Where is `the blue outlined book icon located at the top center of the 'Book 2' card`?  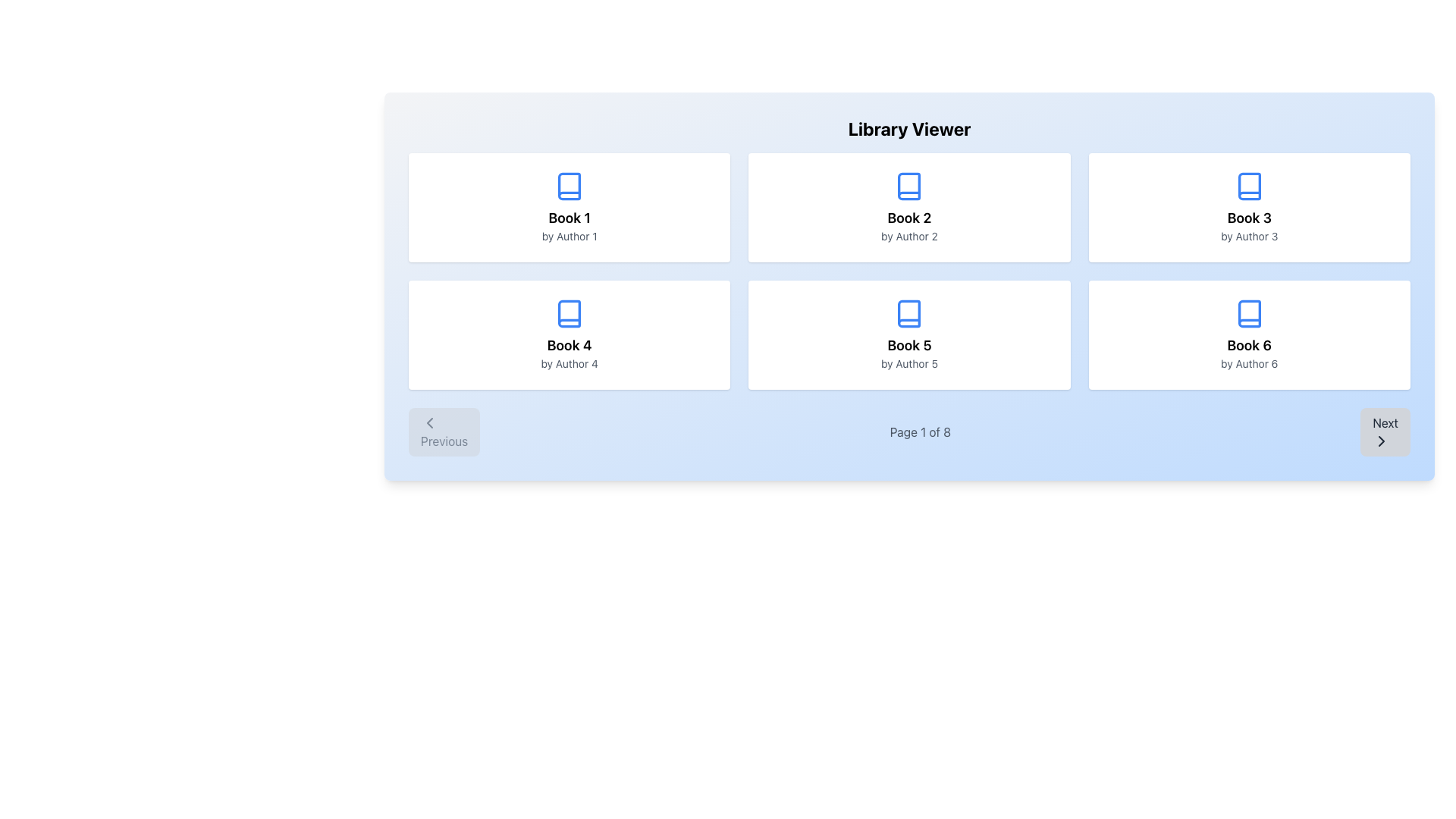 the blue outlined book icon located at the top center of the 'Book 2' card is located at coordinates (909, 186).